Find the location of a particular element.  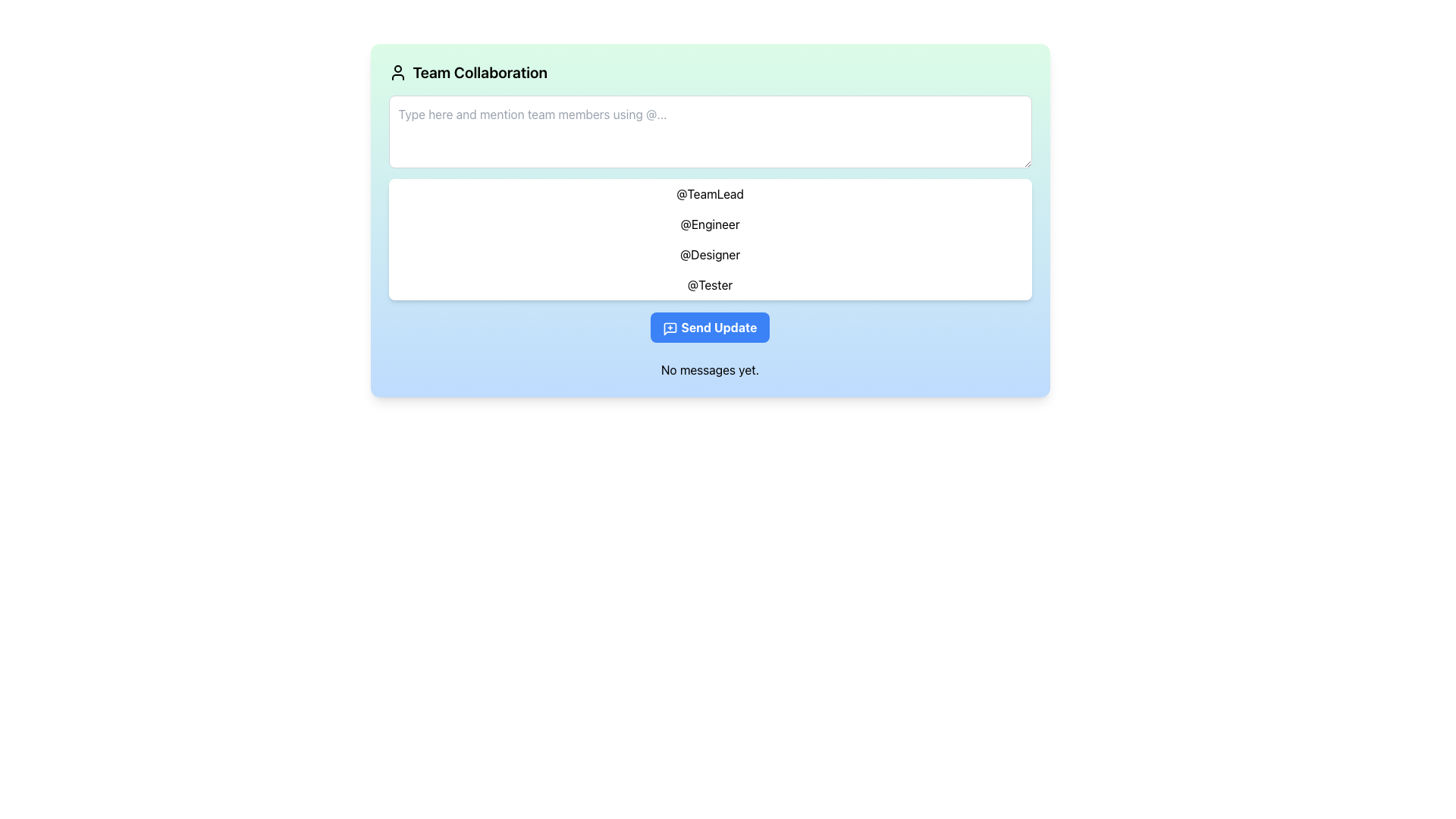

the user icon, which is a simple outline of a person with a circular head and body shape, located to the left of the 'Team Collaboration' text is located at coordinates (397, 73).